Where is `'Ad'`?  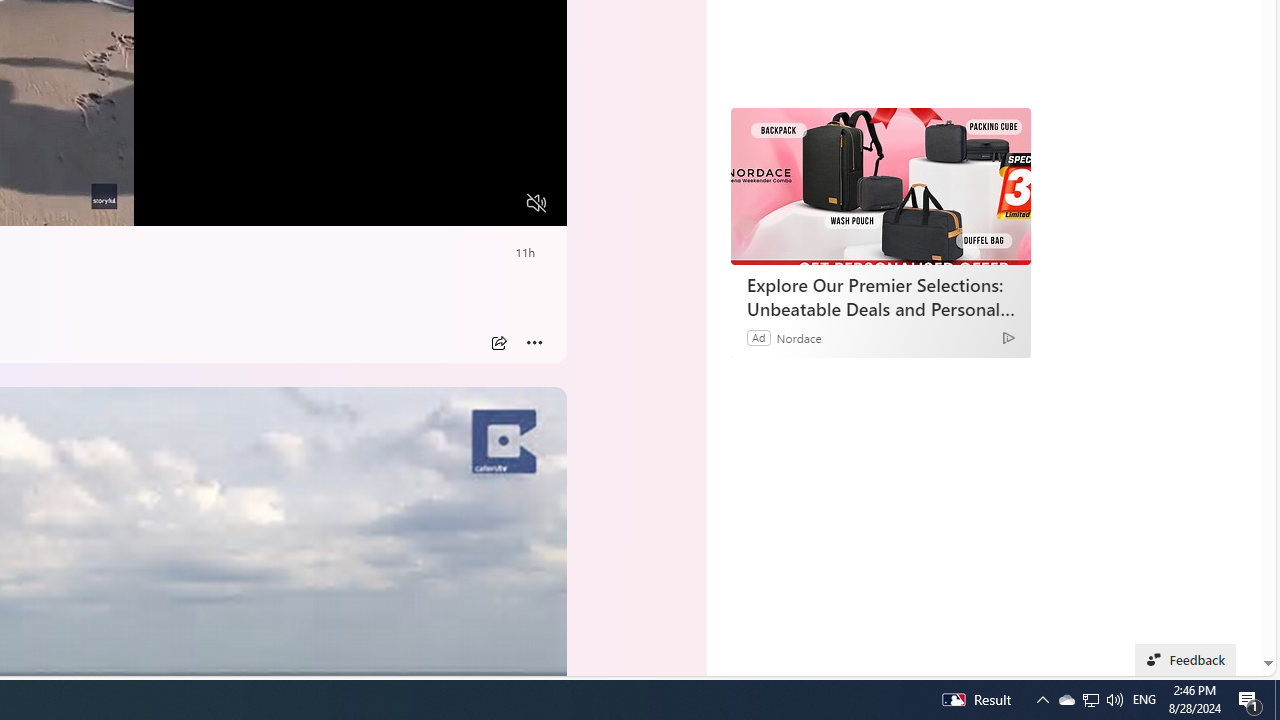 'Ad' is located at coordinates (757, 336).